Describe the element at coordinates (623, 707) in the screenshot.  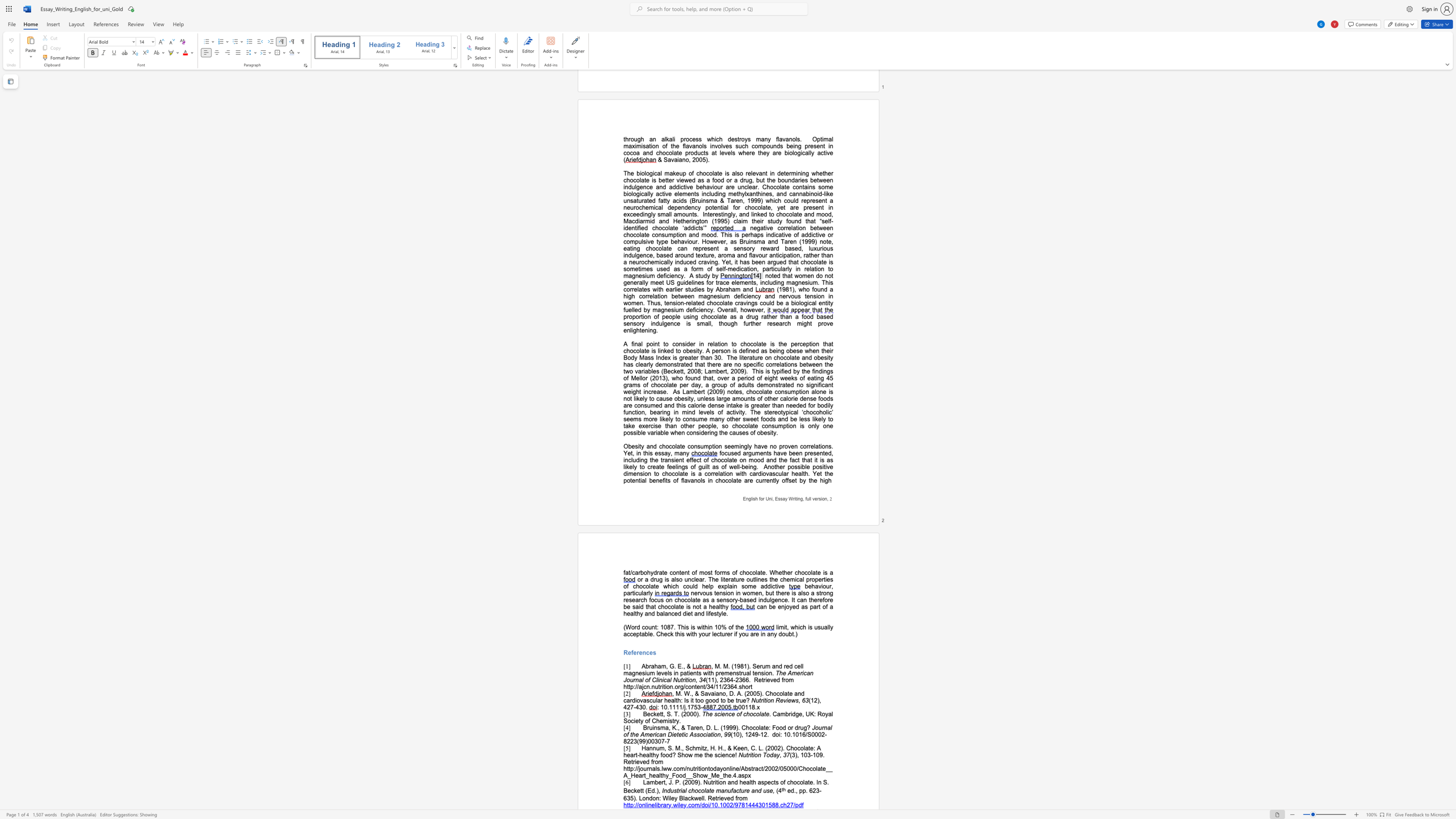
I see `the subset text "427-4" within the text "(12), 427-430."` at that location.